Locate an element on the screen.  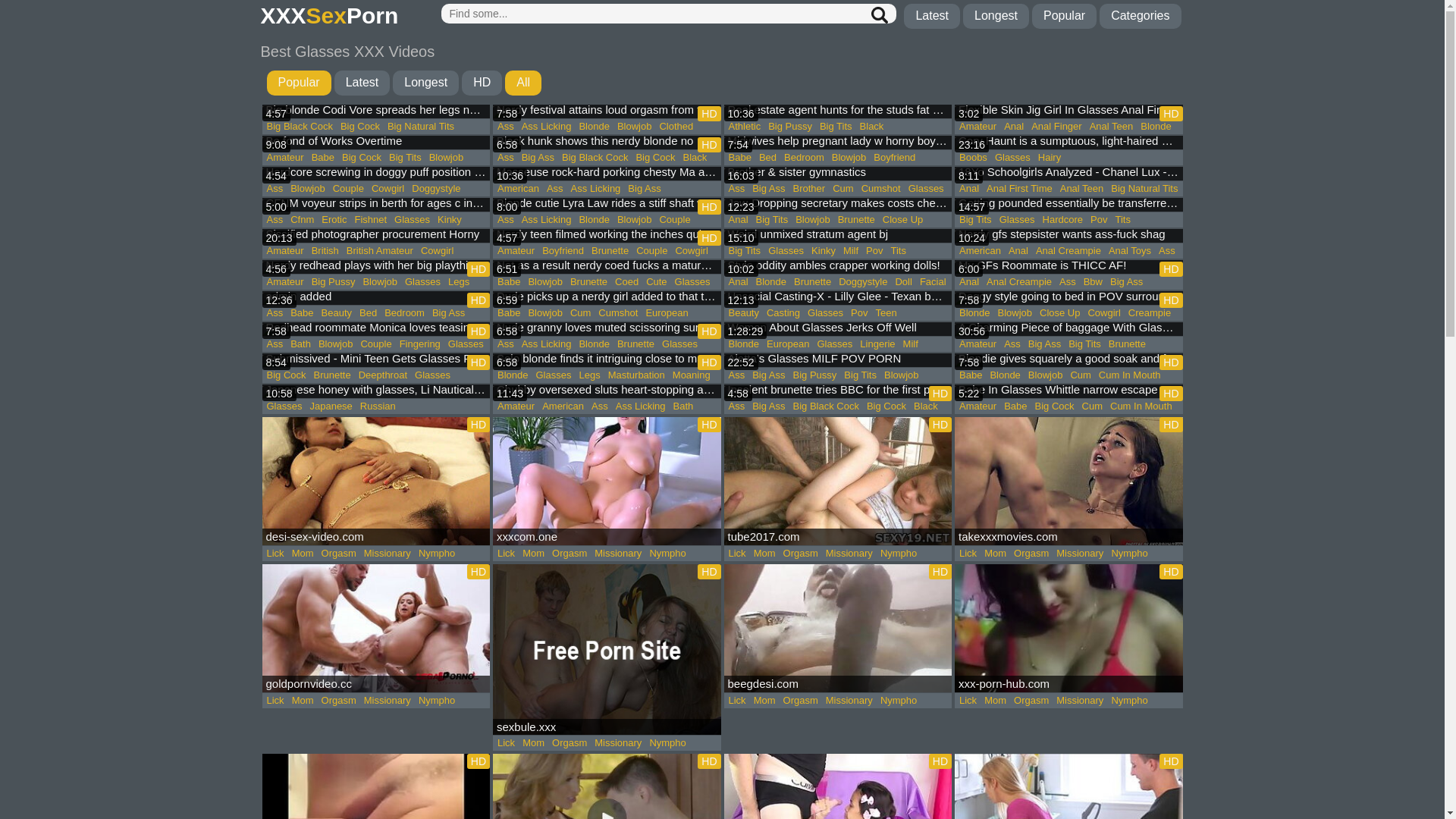
'Anal First Time' is located at coordinates (983, 188).